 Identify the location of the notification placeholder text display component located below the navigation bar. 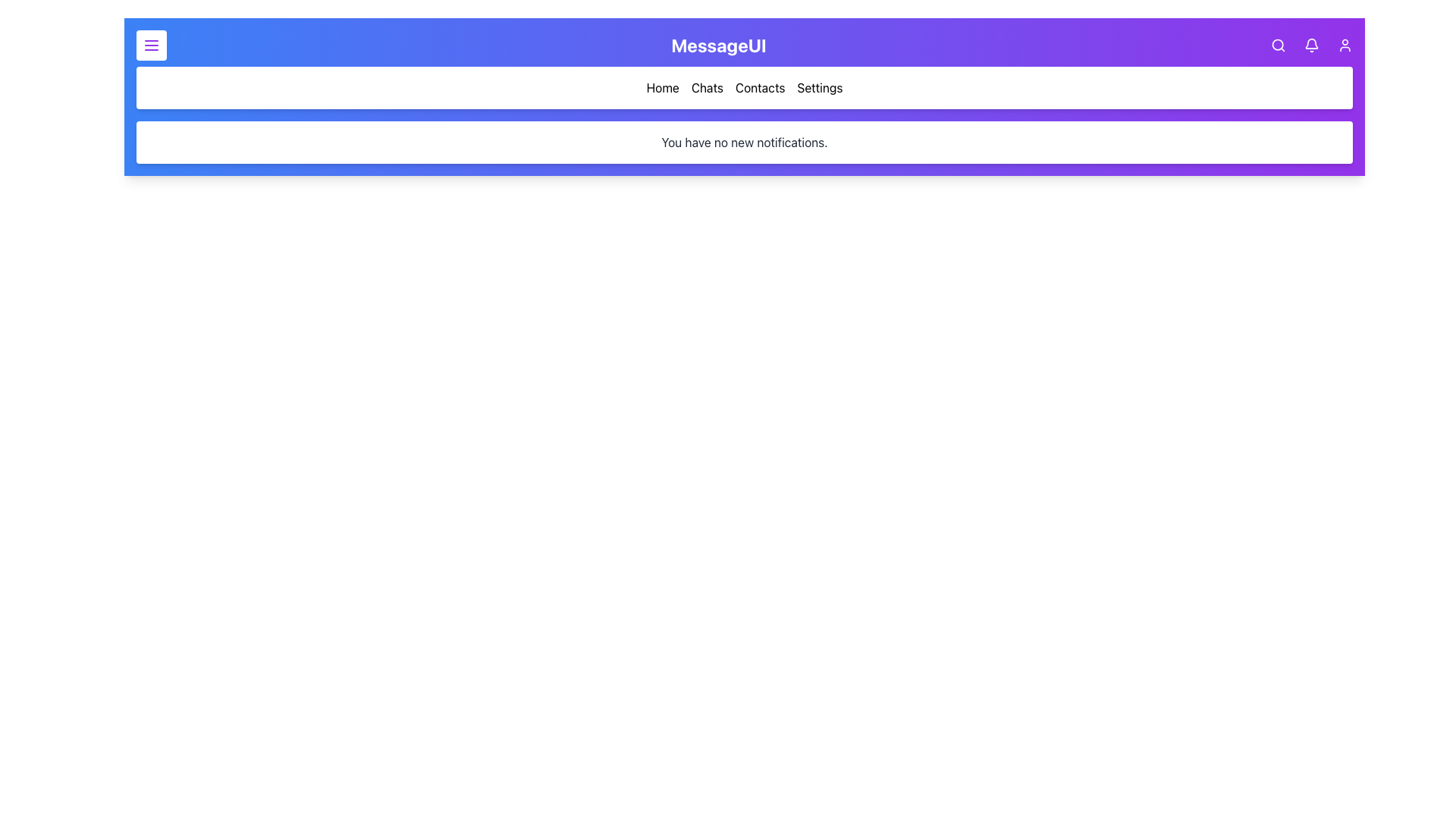
(745, 143).